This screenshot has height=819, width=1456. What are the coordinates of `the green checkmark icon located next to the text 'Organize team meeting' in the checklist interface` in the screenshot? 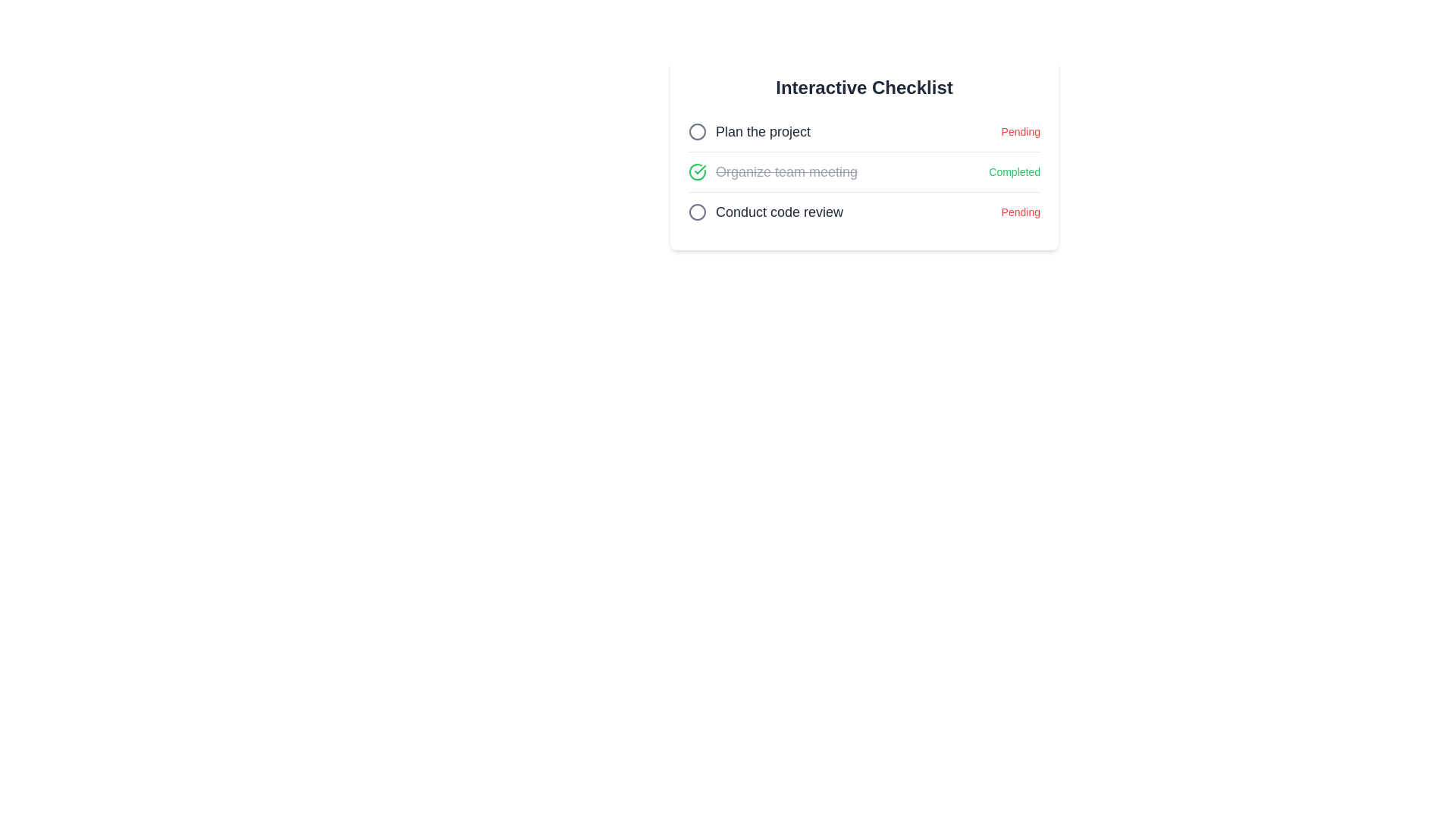 It's located at (699, 169).